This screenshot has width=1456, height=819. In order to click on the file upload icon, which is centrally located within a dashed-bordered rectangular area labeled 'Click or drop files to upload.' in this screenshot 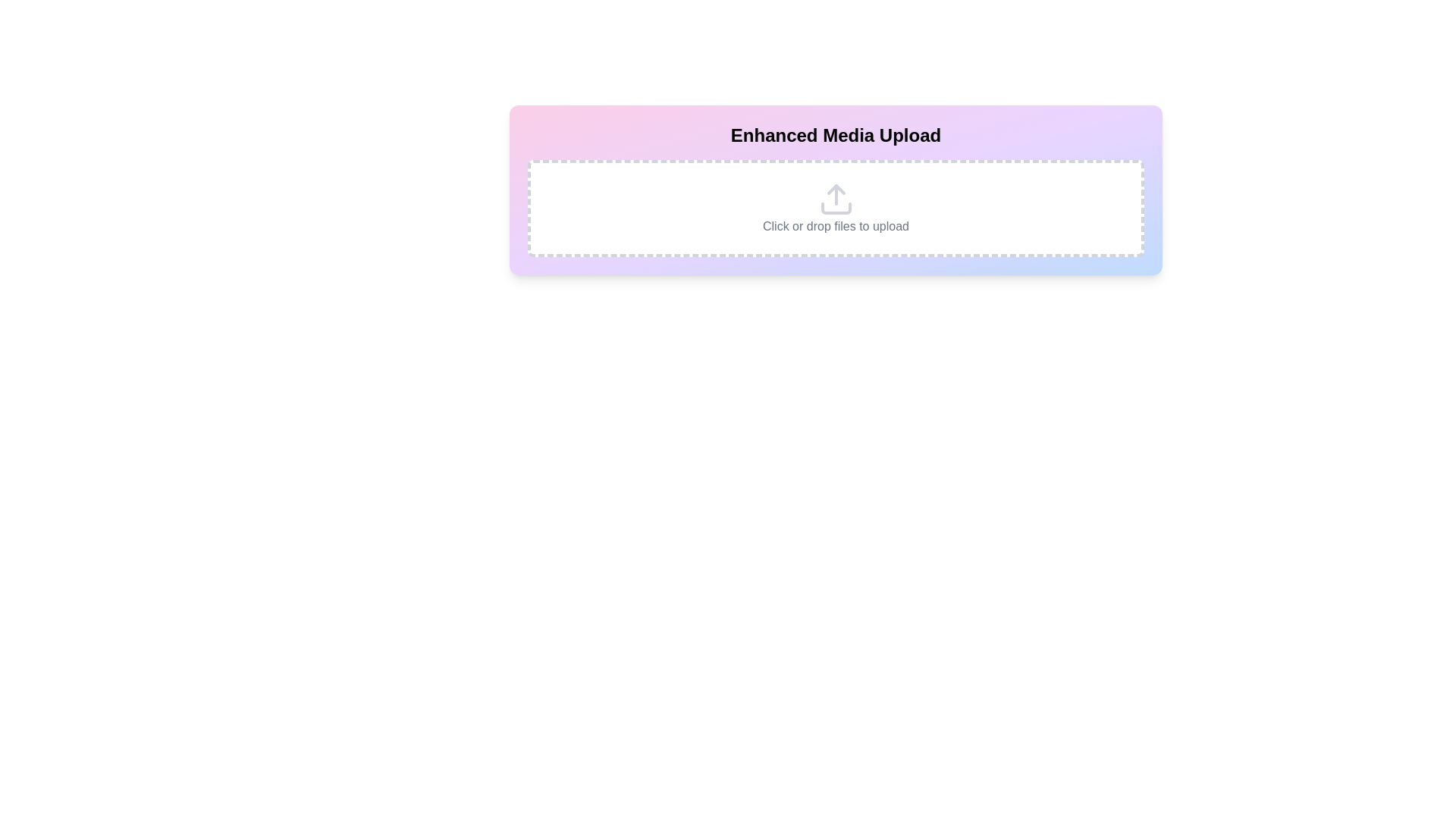, I will do `click(835, 198)`.